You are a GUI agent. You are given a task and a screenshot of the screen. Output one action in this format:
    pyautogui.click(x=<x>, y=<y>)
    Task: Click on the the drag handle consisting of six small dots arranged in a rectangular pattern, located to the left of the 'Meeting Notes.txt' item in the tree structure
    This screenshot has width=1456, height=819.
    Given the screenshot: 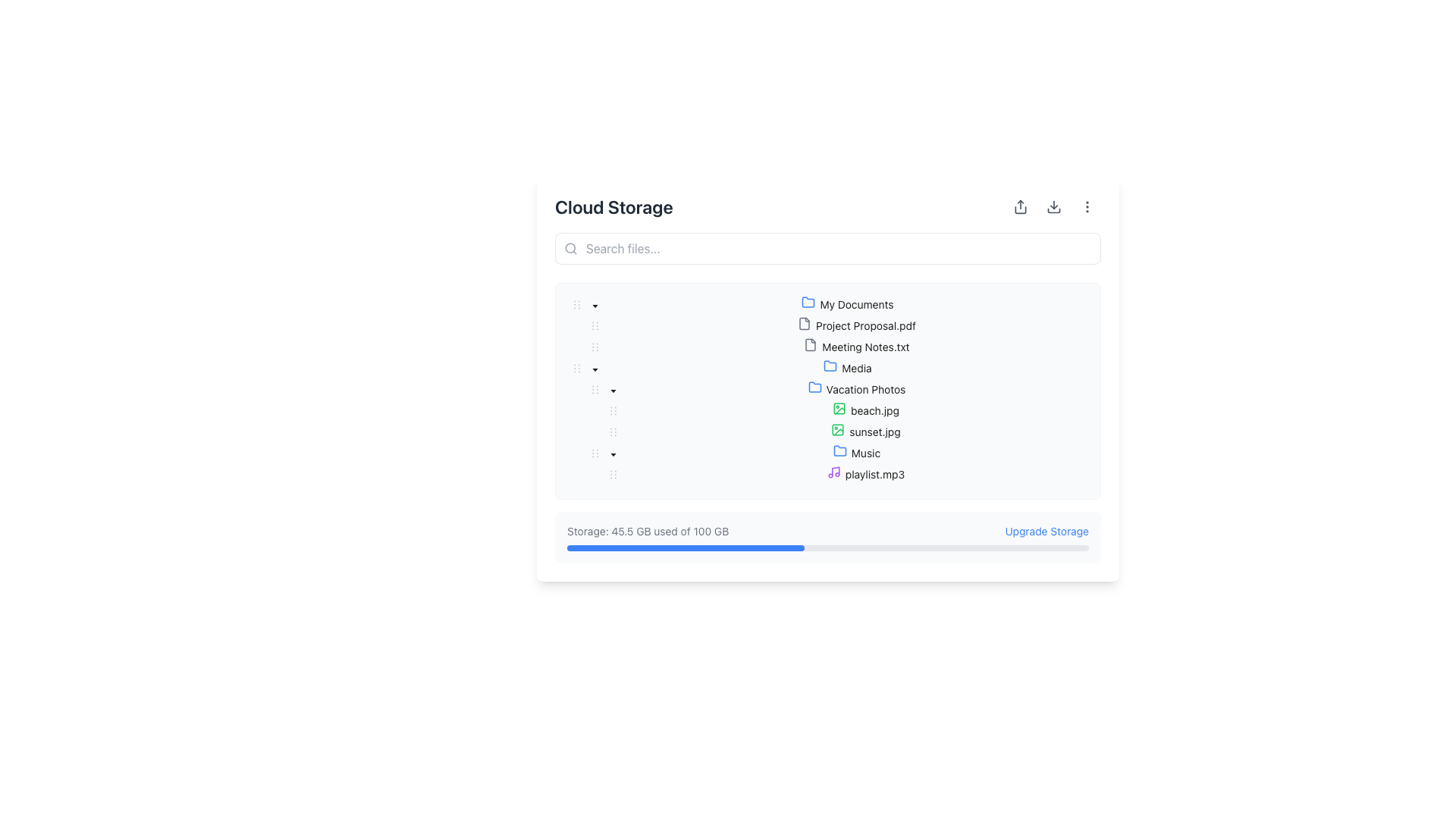 What is the action you would take?
    pyautogui.click(x=595, y=347)
    